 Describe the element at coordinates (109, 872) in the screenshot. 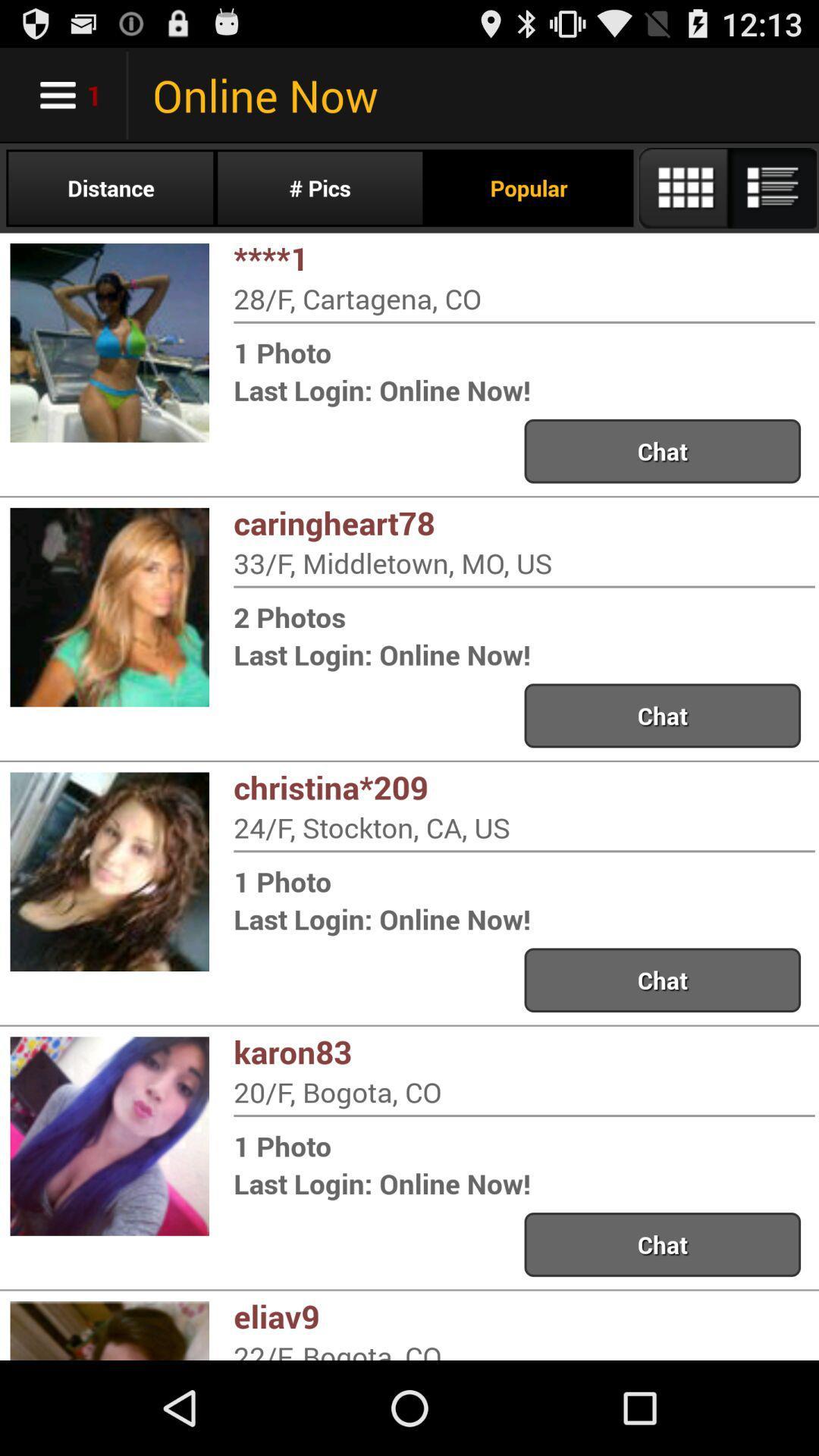

I see `left of third option` at that location.